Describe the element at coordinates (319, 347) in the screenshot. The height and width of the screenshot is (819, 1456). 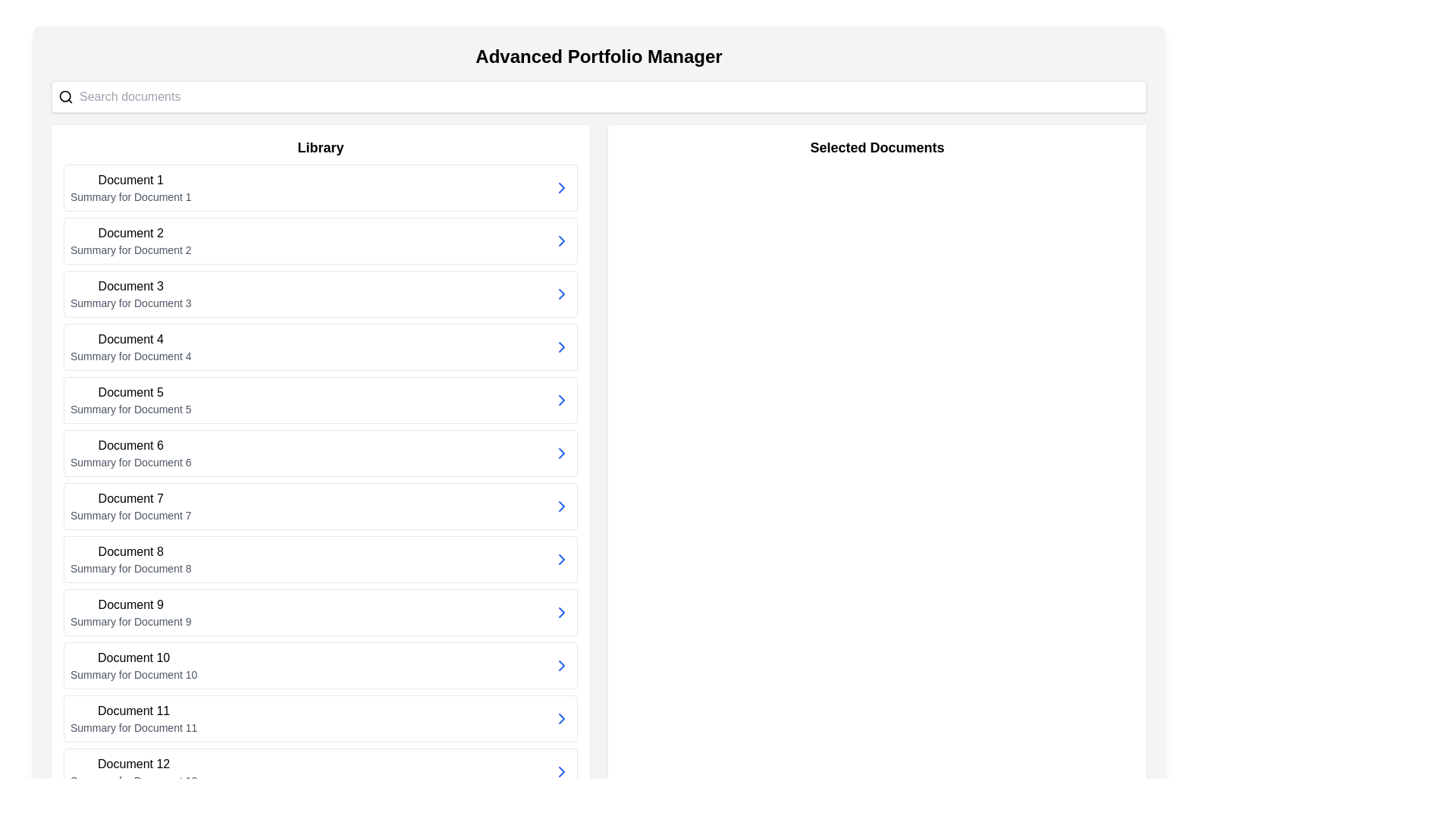
I see `the list item titled 'Document 4'` at that location.